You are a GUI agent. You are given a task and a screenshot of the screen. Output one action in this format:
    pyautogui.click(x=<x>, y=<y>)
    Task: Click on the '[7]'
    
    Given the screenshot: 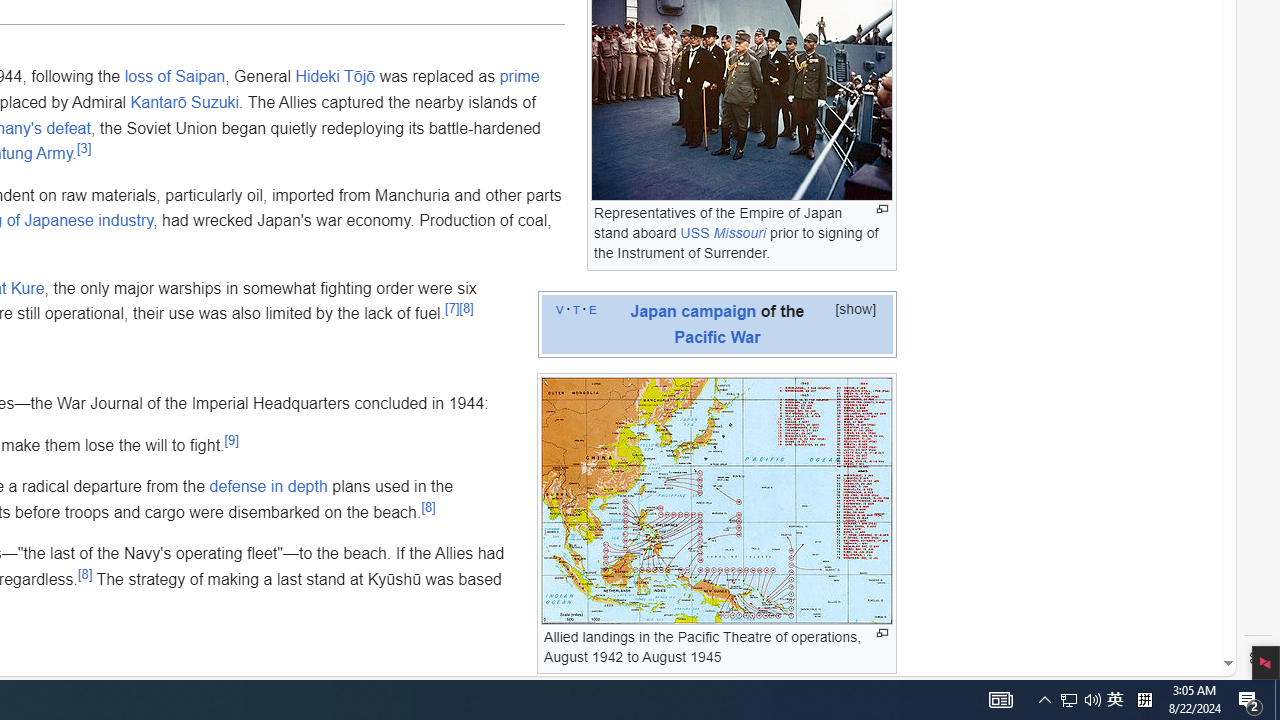 What is the action you would take?
    pyautogui.click(x=451, y=308)
    